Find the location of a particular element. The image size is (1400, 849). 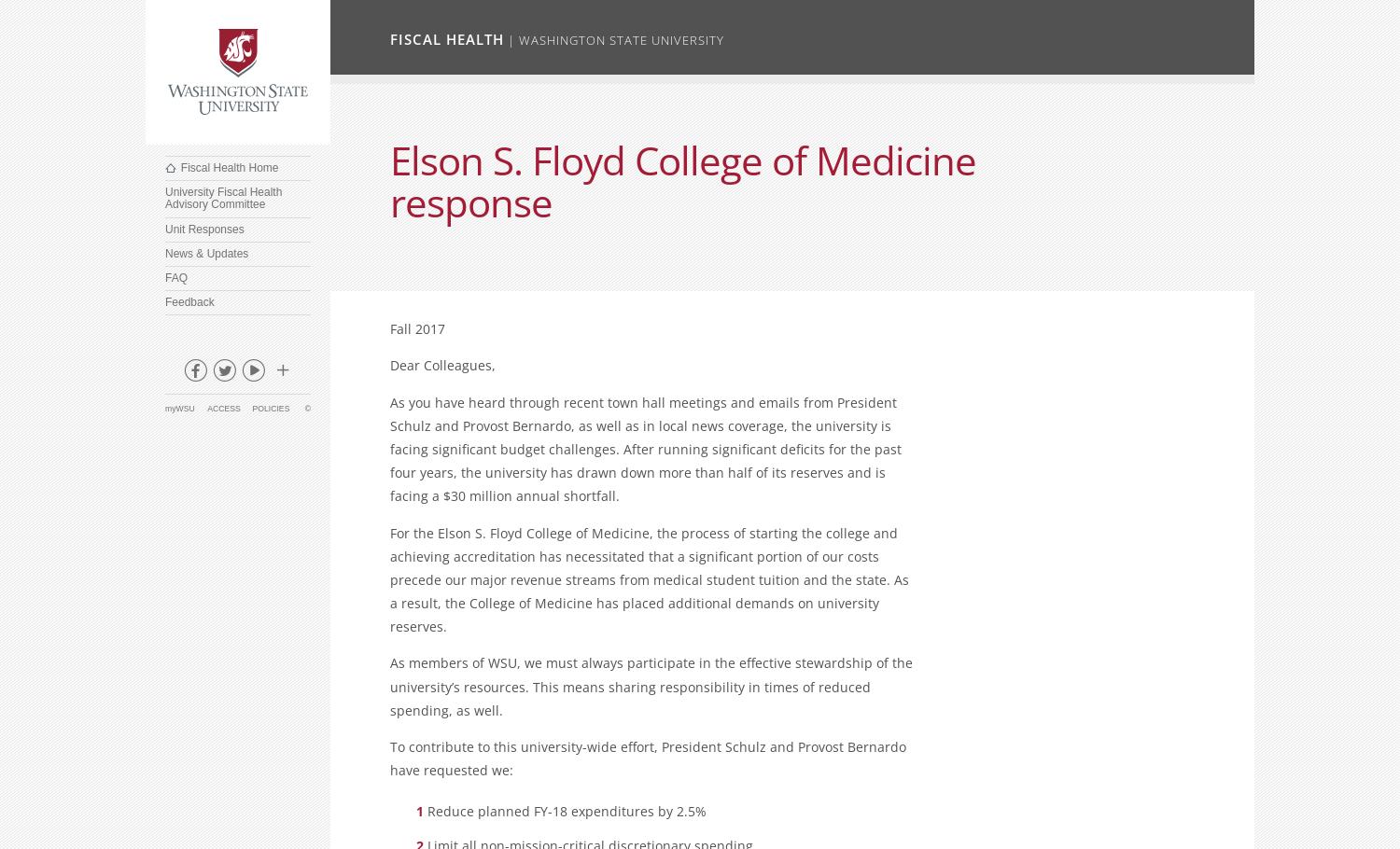

'Policies' is located at coordinates (270, 407).